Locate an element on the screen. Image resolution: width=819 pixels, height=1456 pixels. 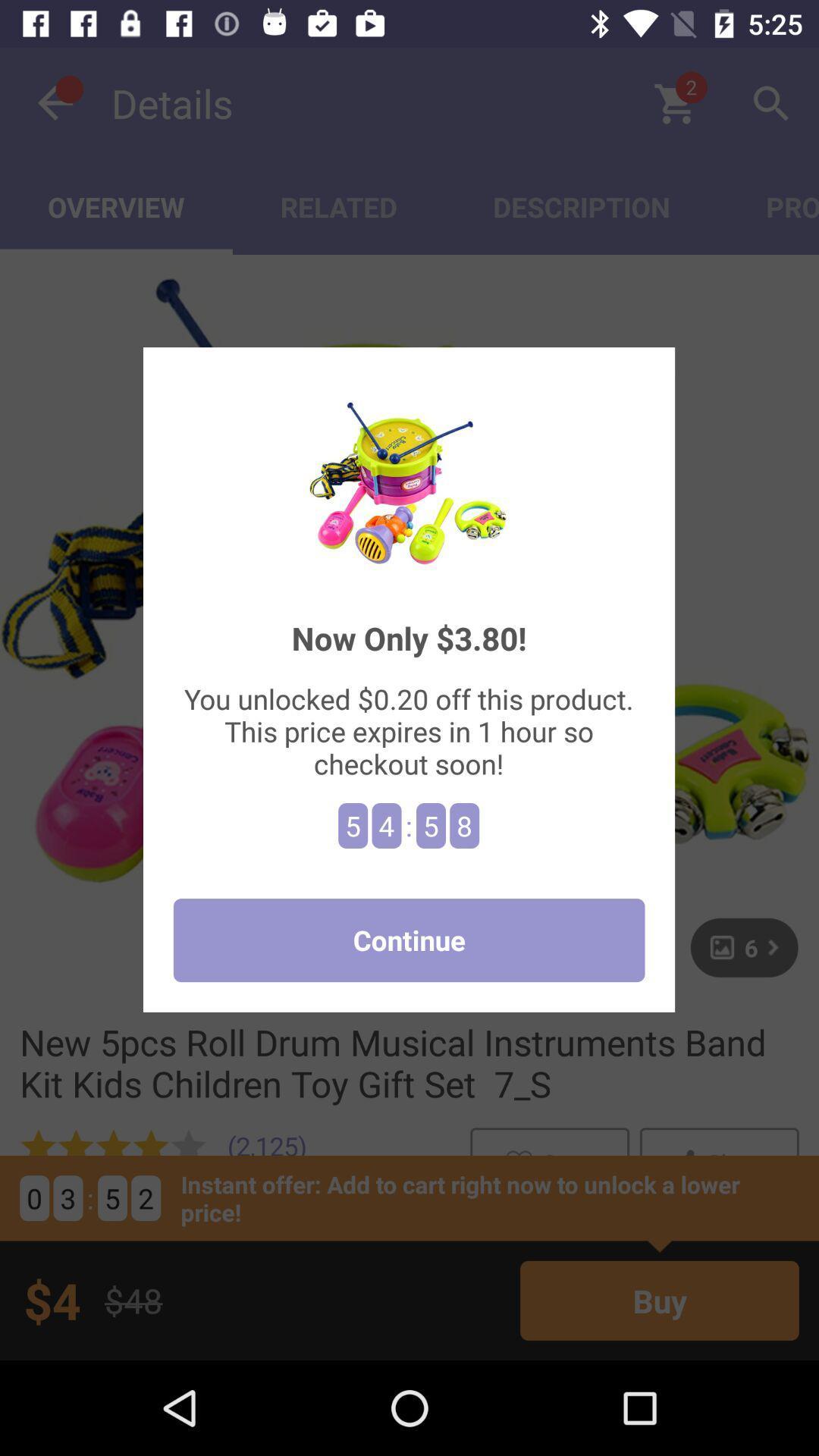
the continue item is located at coordinates (408, 940).